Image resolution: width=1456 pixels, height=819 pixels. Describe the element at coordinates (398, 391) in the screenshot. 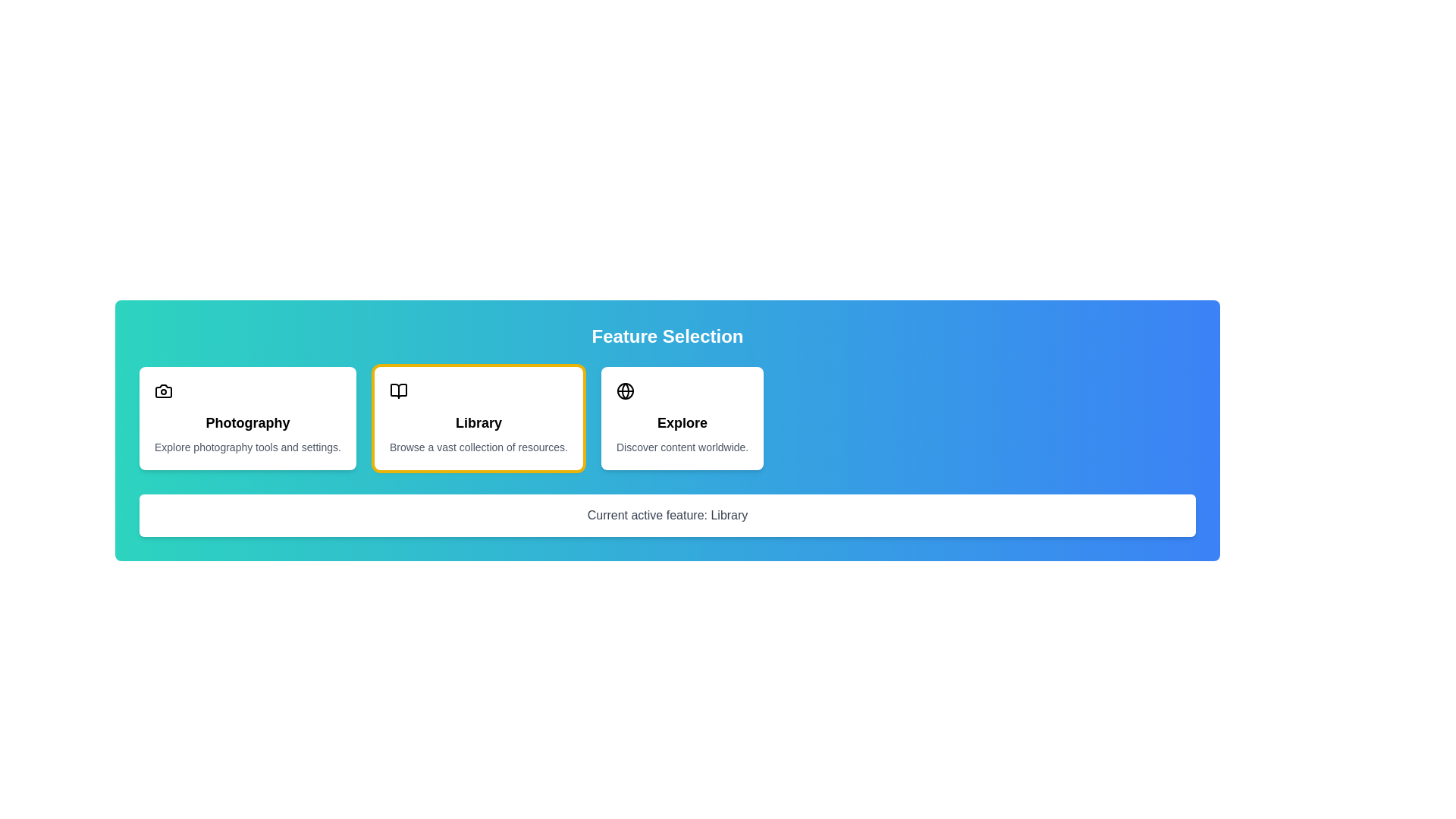

I see `the stylized open book icon located within the 'Library' card, which has a yellow border and is positioned between the 'Photography' and 'Explore' cards` at that location.